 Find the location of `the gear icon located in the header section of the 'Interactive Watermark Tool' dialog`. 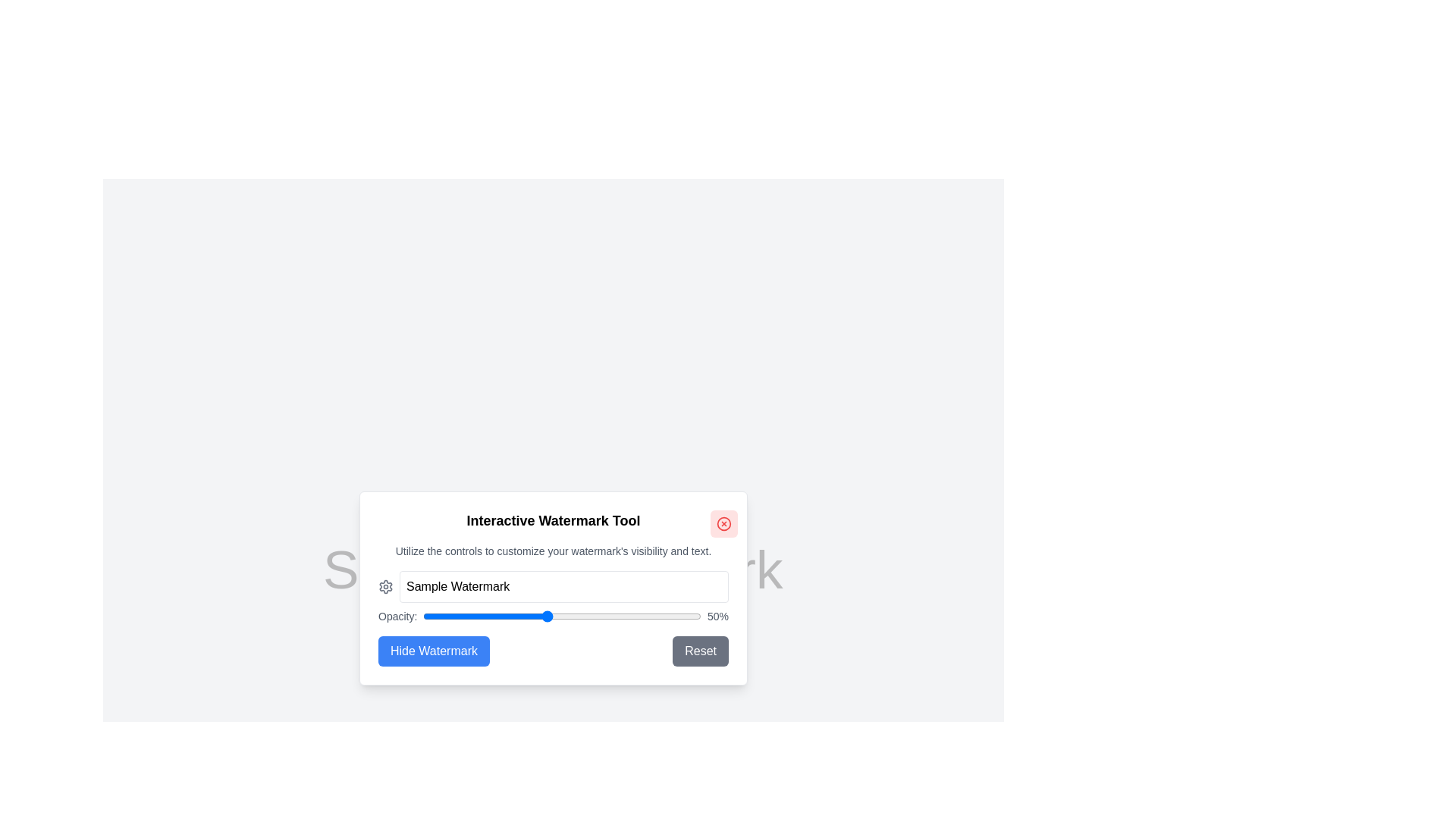

the gear icon located in the header section of the 'Interactive Watermark Tool' dialog is located at coordinates (385, 586).